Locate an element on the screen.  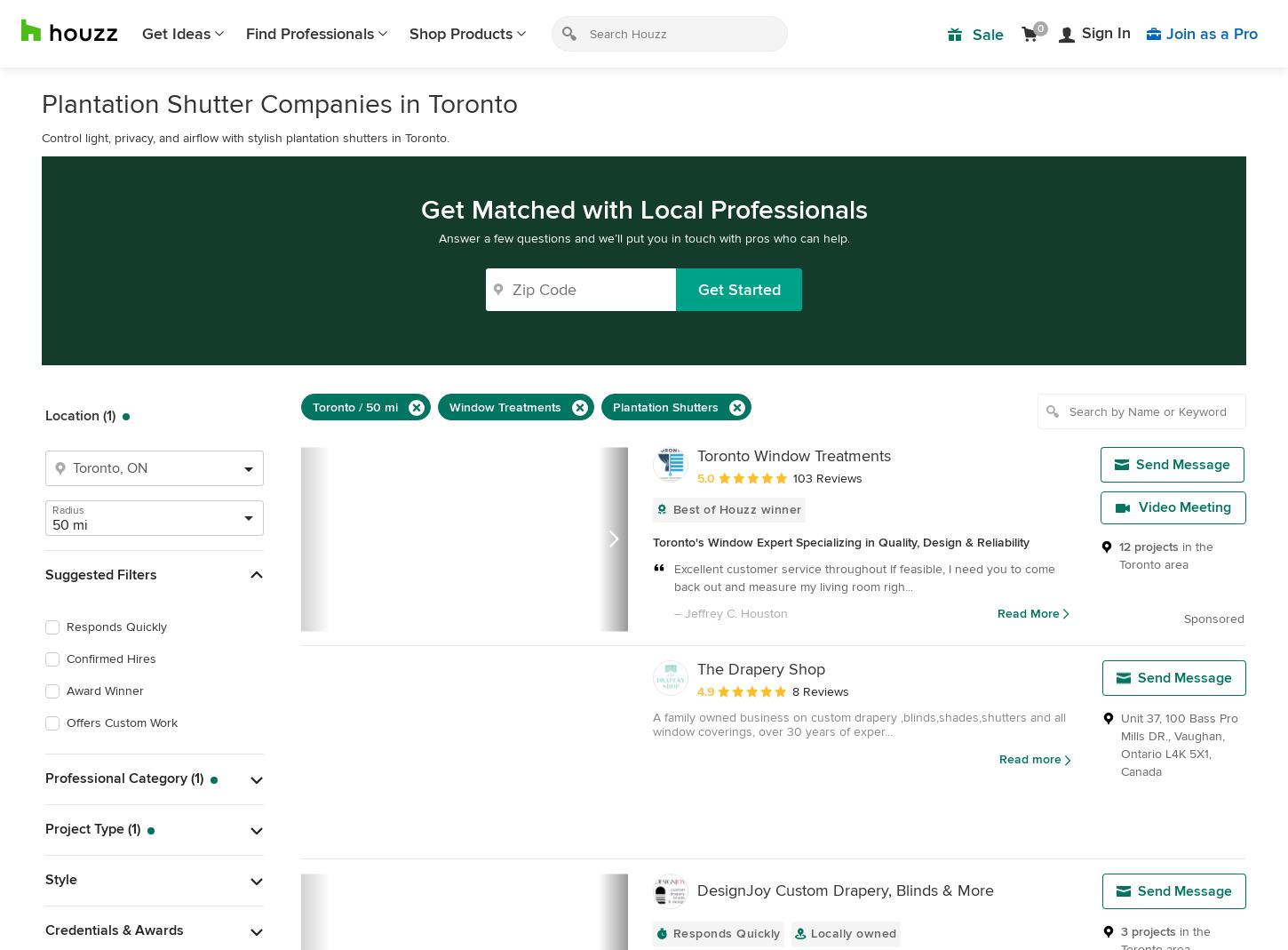
'Get Ideas' is located at coordinates (175, 32).